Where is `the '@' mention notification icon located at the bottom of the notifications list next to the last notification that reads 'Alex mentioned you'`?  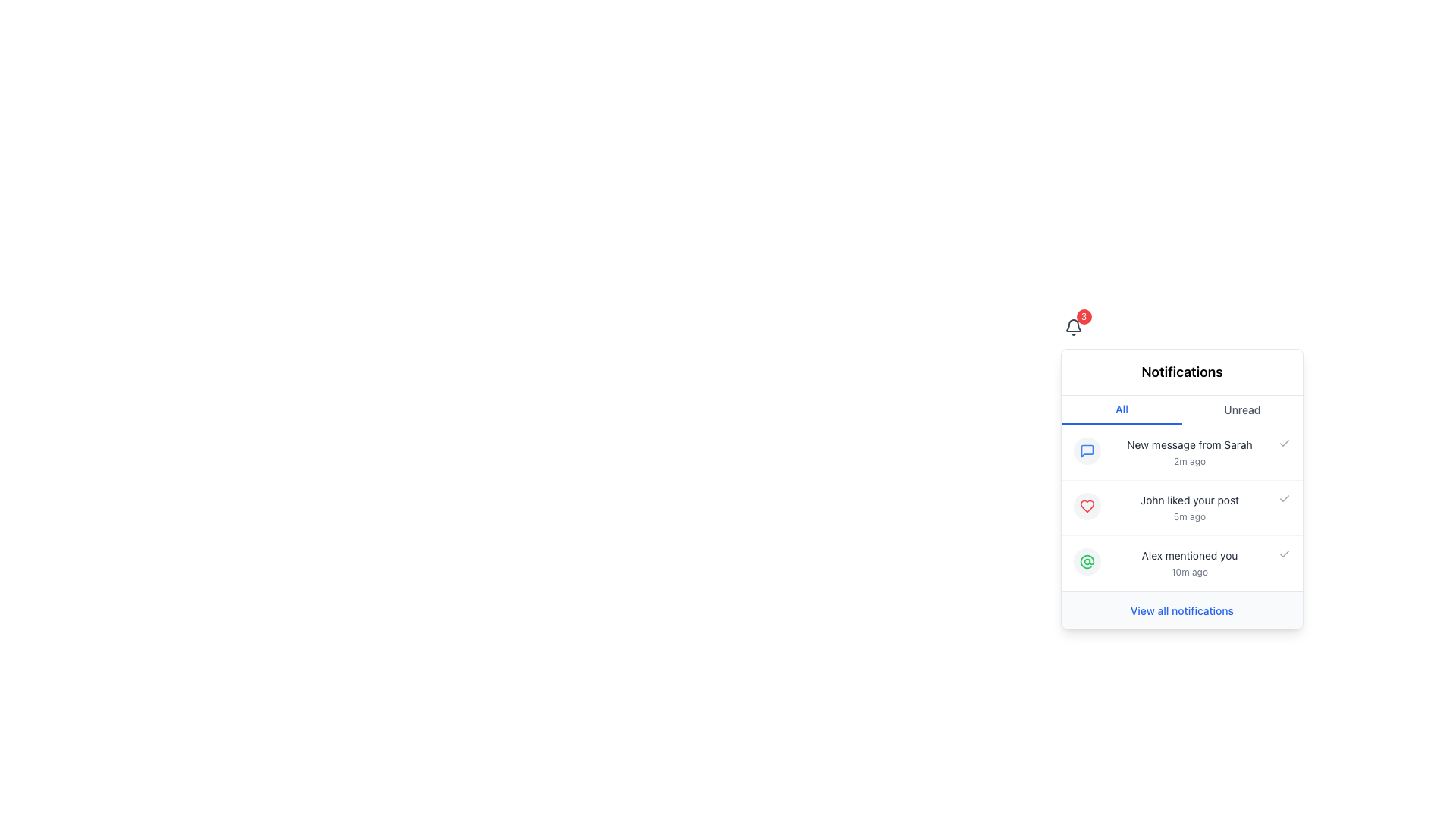 the '@' mention notification icon located at the bottom of the notifications list next to the last notification that reads 'Alex mentioned you' is located at coordinates (1087, 561).